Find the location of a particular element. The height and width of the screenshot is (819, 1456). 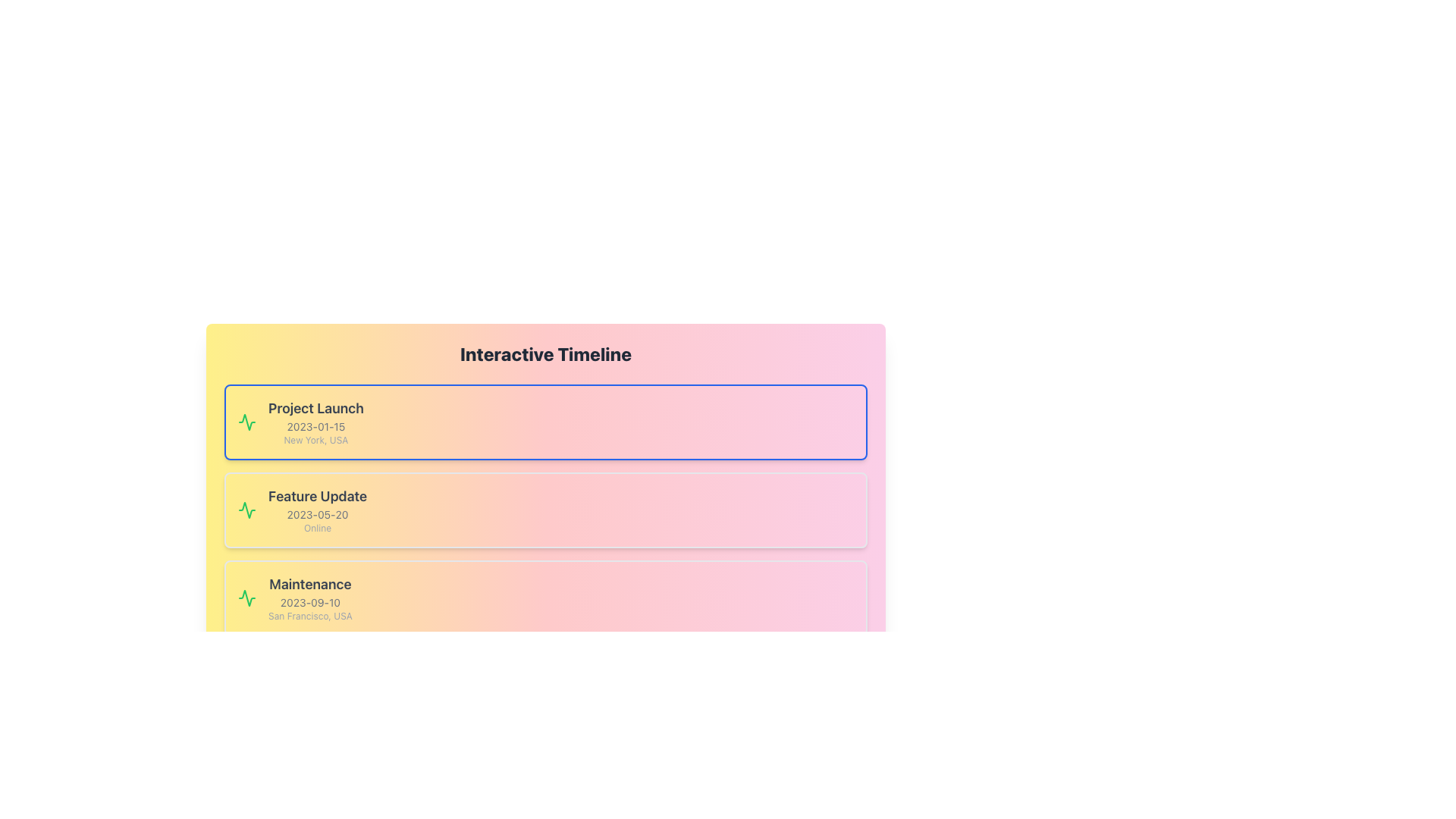

the static text indicating the status of the event, which is located in the center-lower part of the 'Feature Update' entry in the timeline, positioned below the '2023-05-20' date text is located at coordinates (317, 528).